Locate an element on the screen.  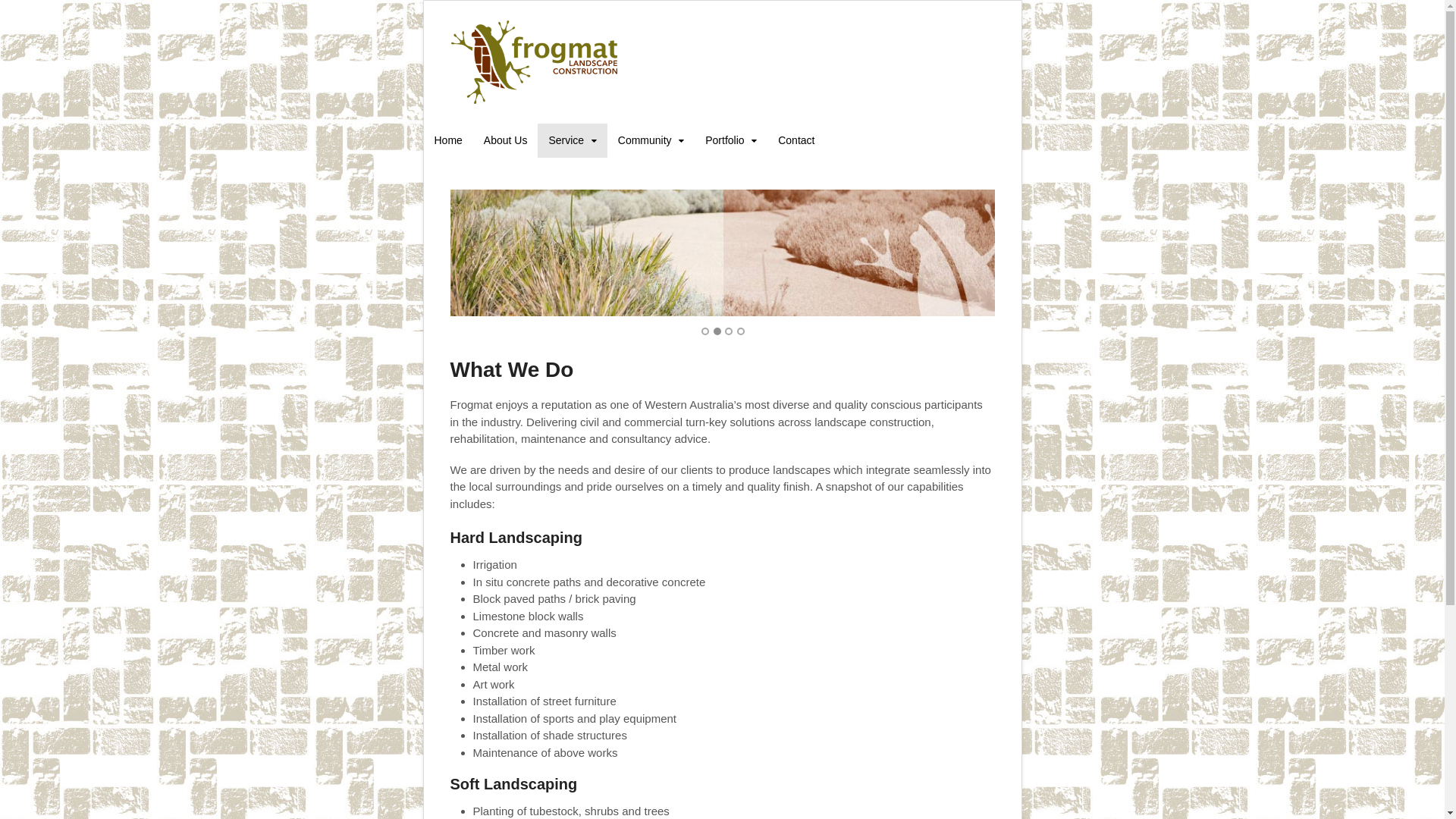
'Service' is located at coordinates (571, 140).